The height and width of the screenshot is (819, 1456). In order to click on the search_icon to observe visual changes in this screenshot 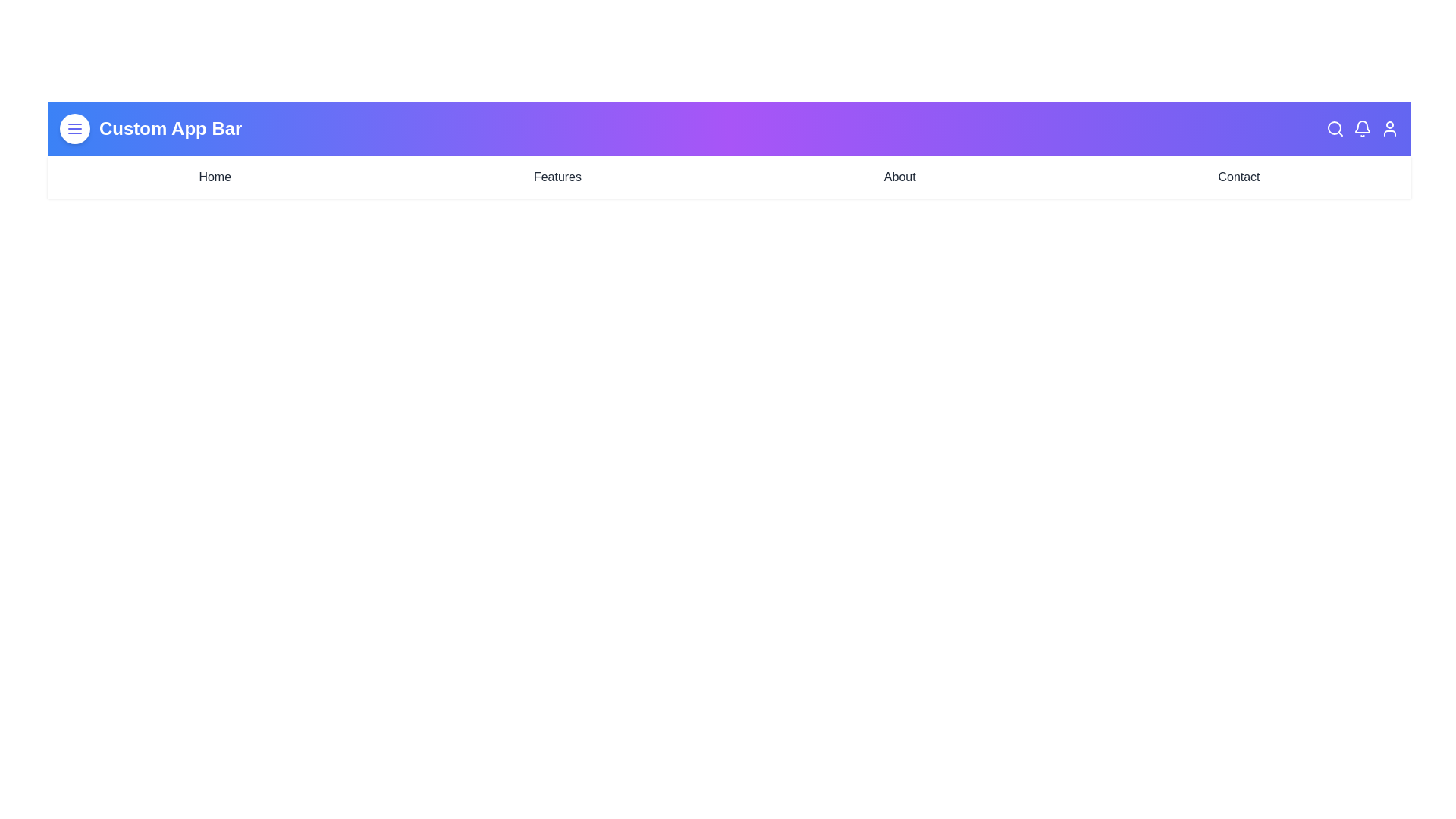, I will do `click(1335, 127)`.